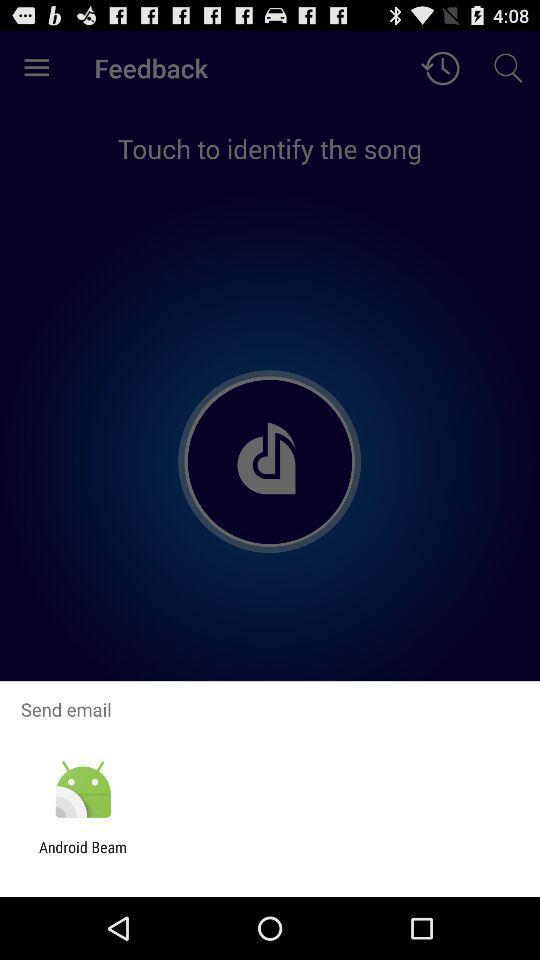  Describe the element at coordinates (82, 855) in the screenshot. I see `the android beam` at that location.